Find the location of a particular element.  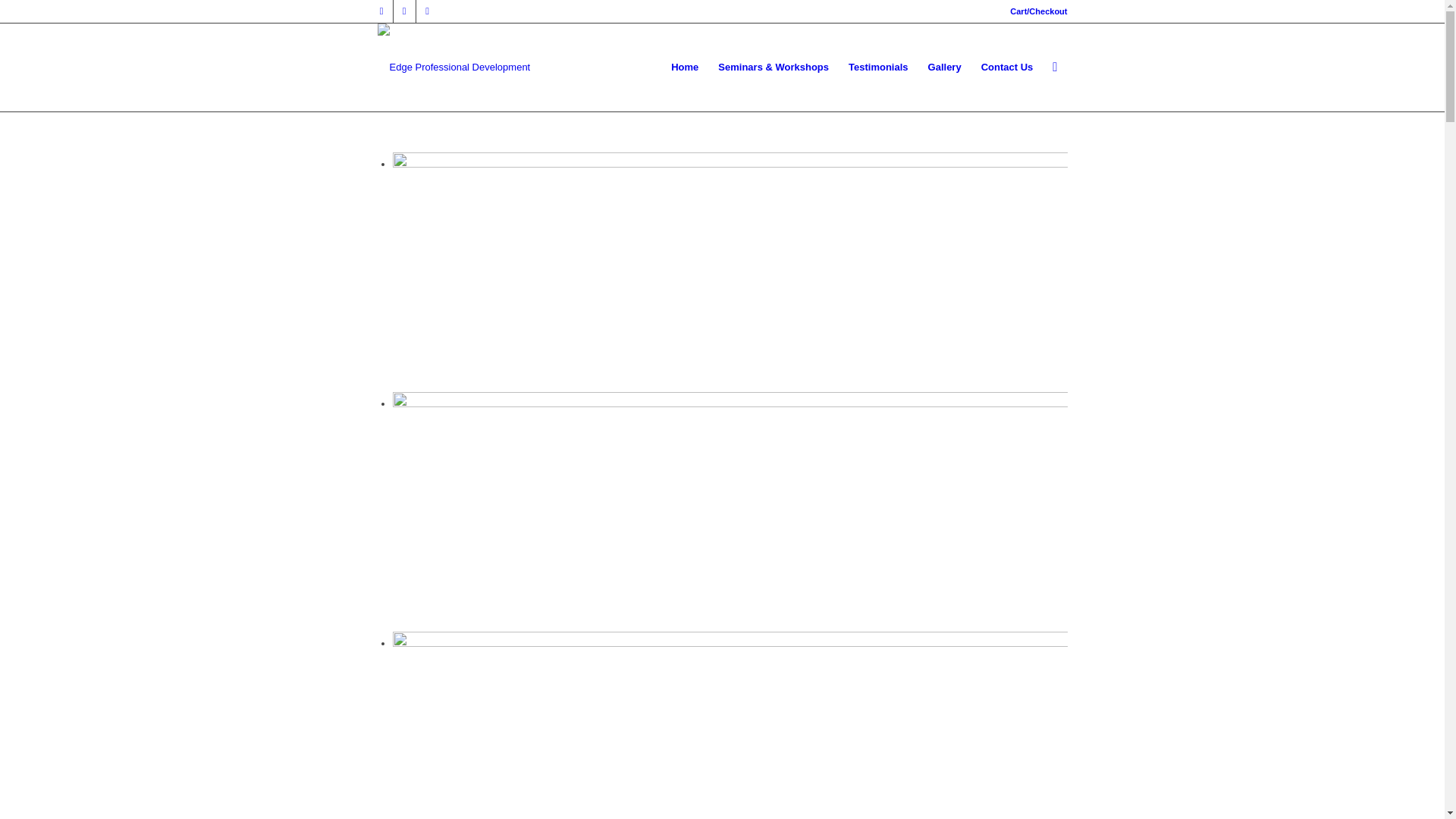

'Contact Us' is located at coordinates (1007, 66).